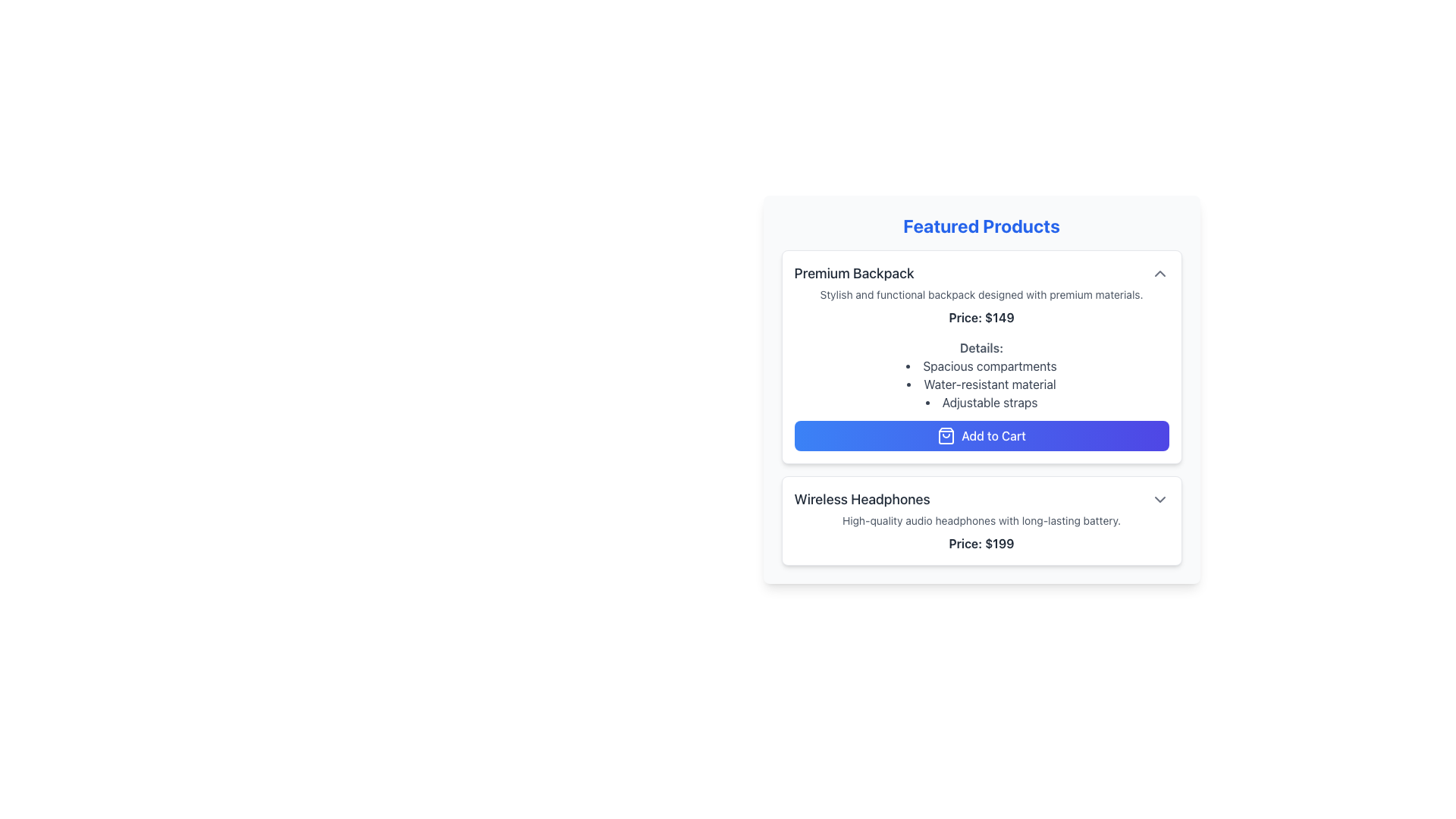 Image resolution: width=1456 pixels, height=819 pixels. What do you see at coordinates (946, 435) in the screenshot?
I see `the icon located within the interactive button labeled 'Add to Cart'` at bounding box center [946, 435].